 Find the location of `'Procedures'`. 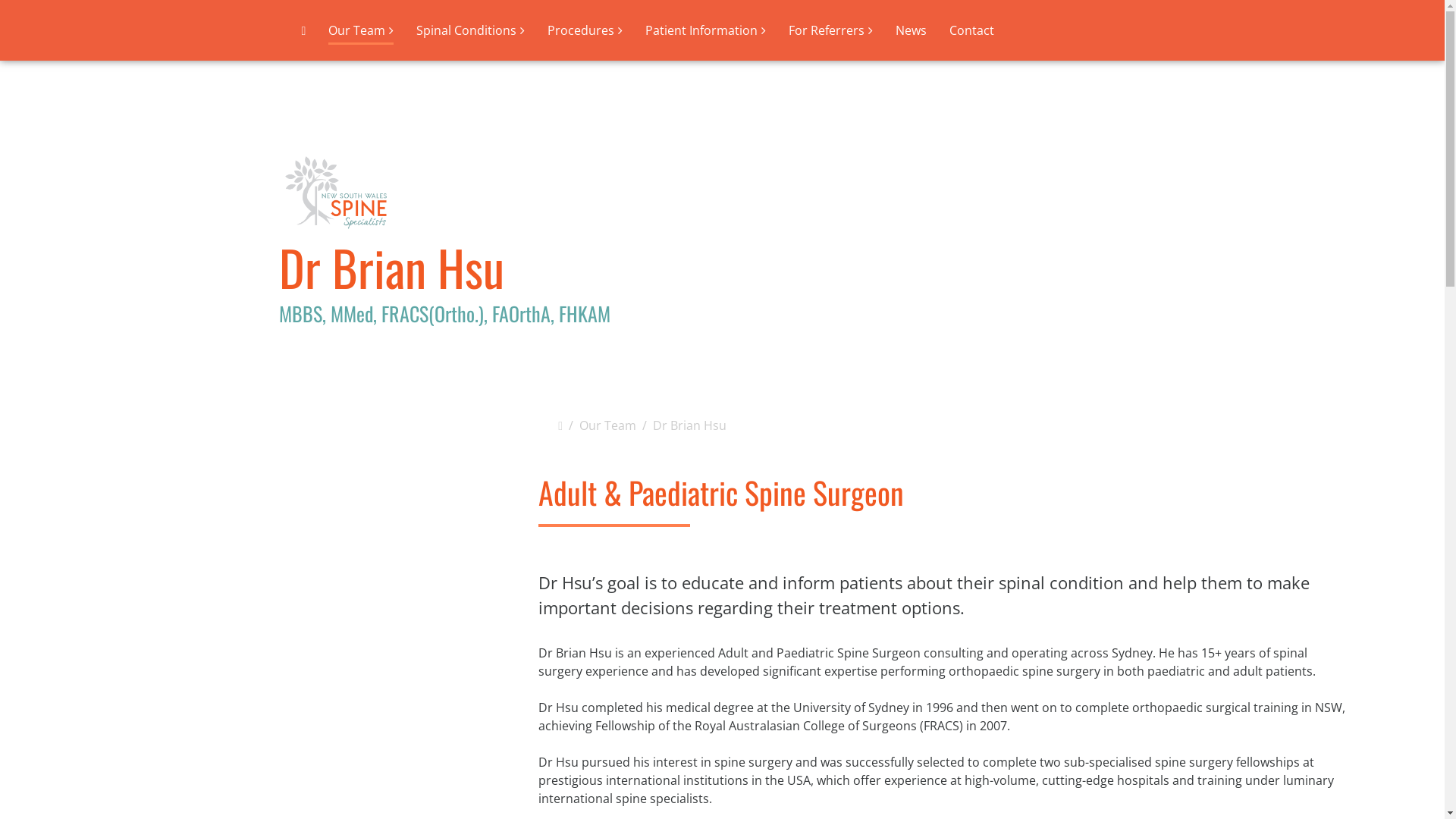

'Procedures' is located at coordinates (584, 30).